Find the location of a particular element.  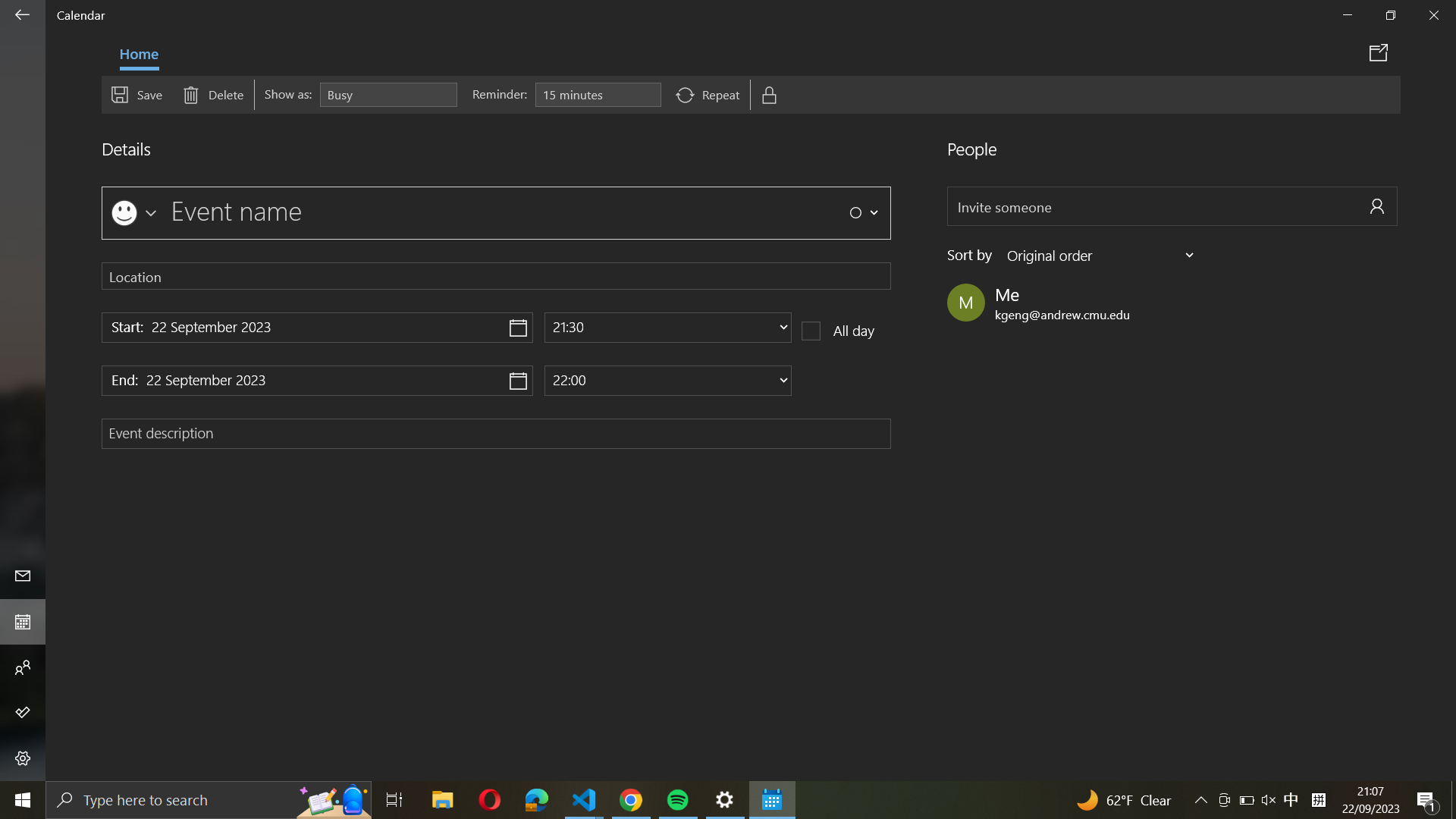

Utilize the "Share event" option for opening the event in a separate window is located at coordinates (1381, 52).